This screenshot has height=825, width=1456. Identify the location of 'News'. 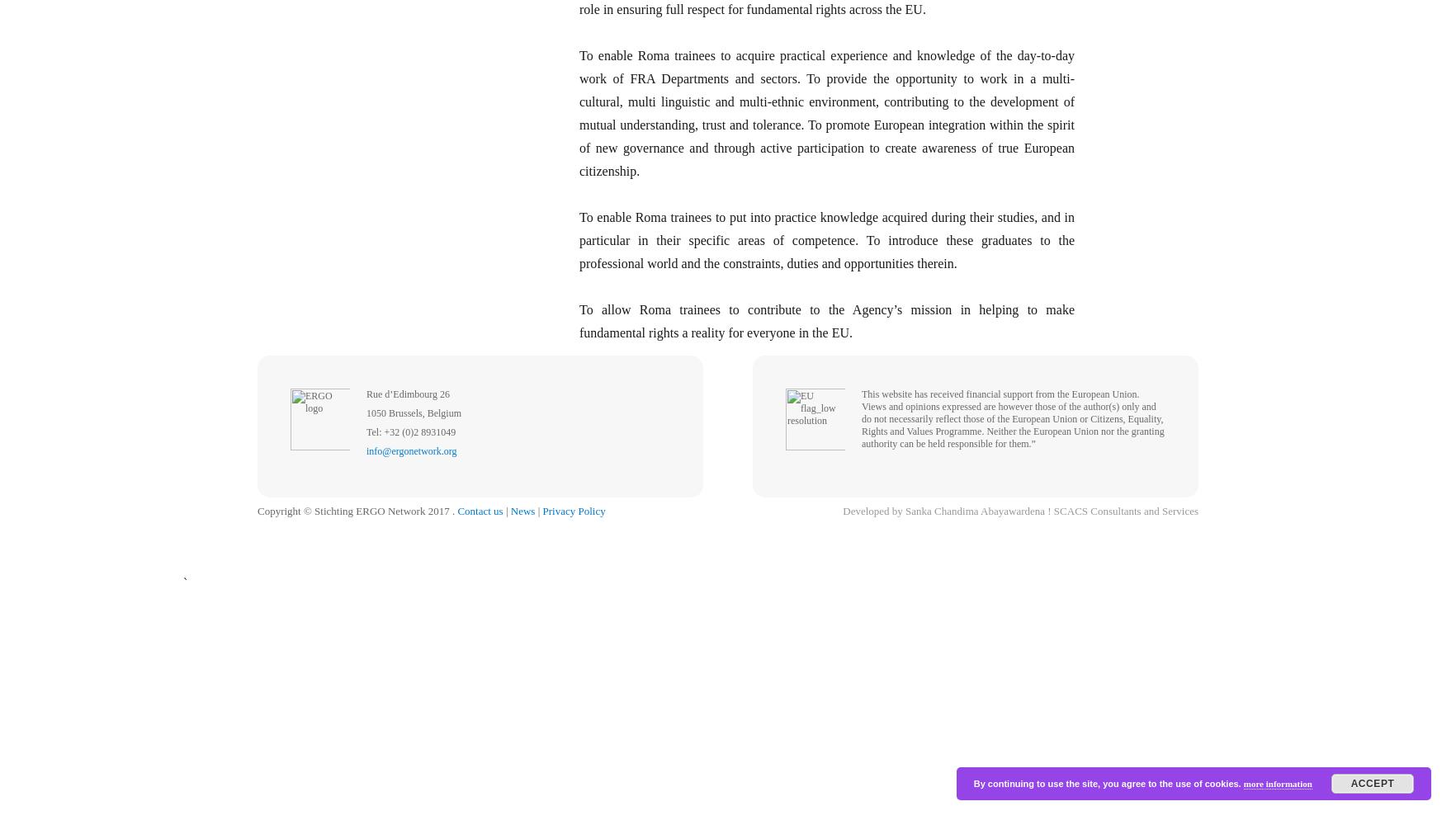
(522, 510).